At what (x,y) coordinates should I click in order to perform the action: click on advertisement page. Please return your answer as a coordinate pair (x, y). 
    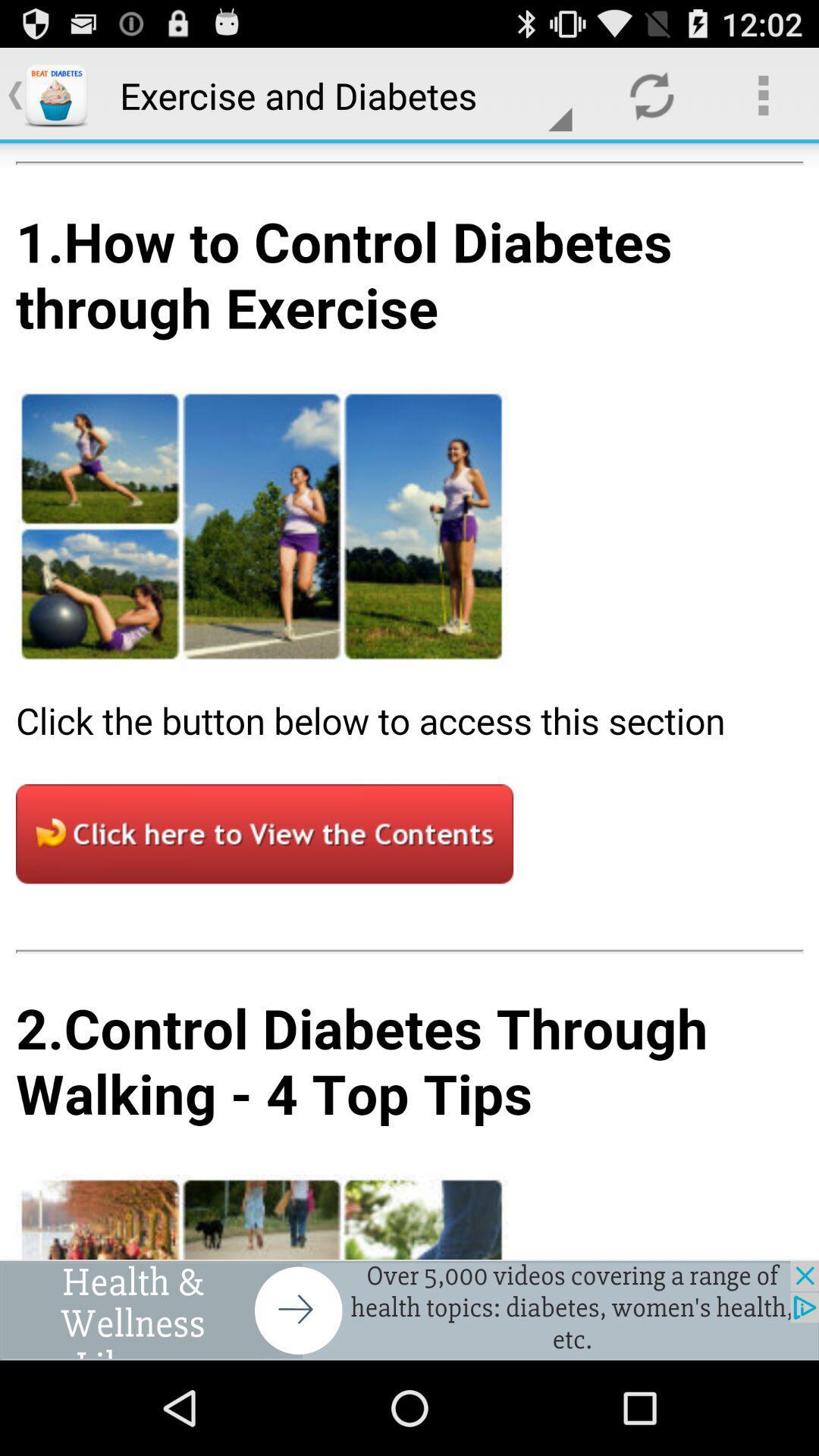
    Looking at the image, I should click on (409, 1310).